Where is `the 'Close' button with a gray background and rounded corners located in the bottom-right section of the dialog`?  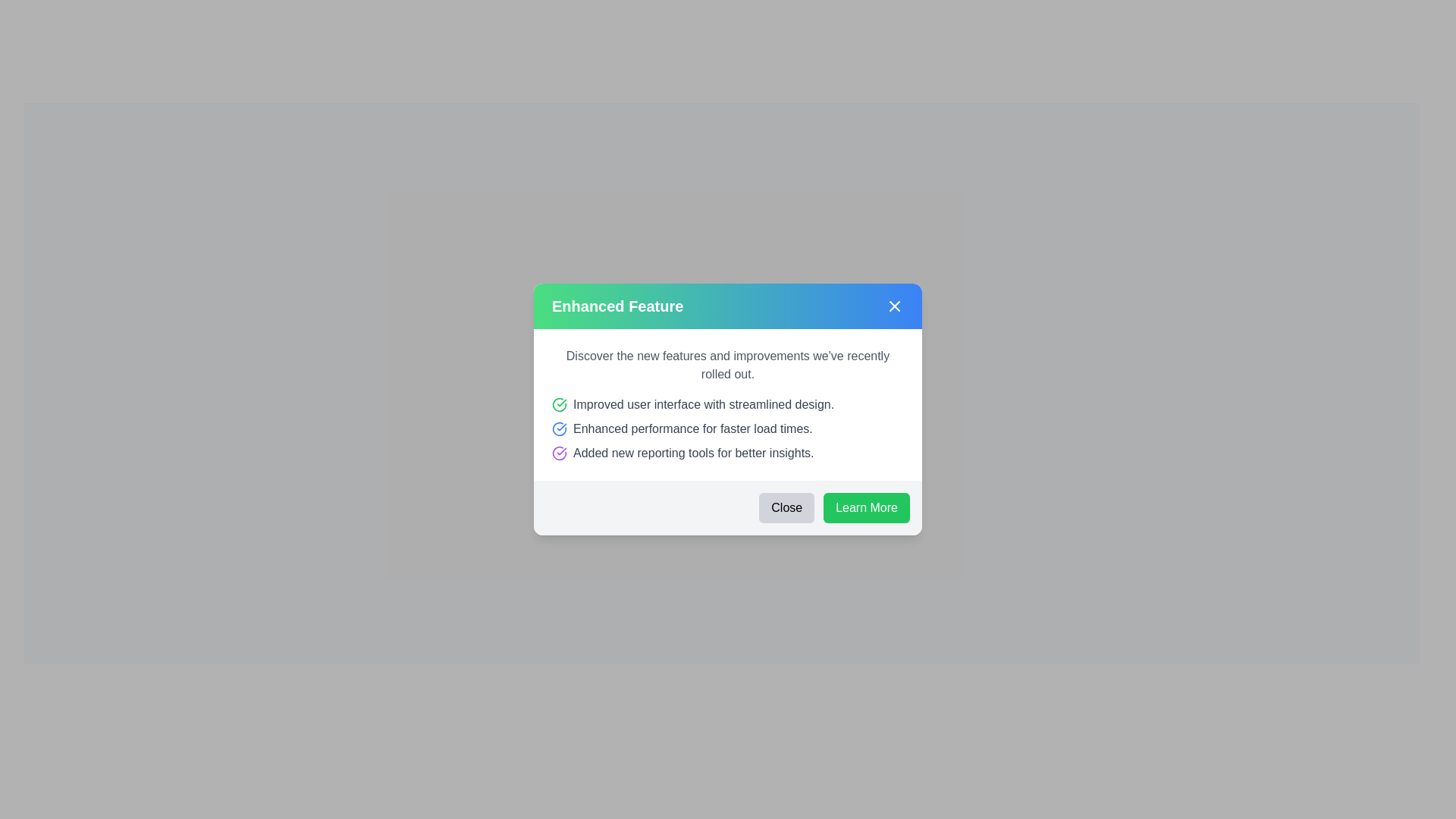 the 'Close' button with a gray background and rounded corners located in the bottom-right section of the dialog is located at coordinates (786, 508).